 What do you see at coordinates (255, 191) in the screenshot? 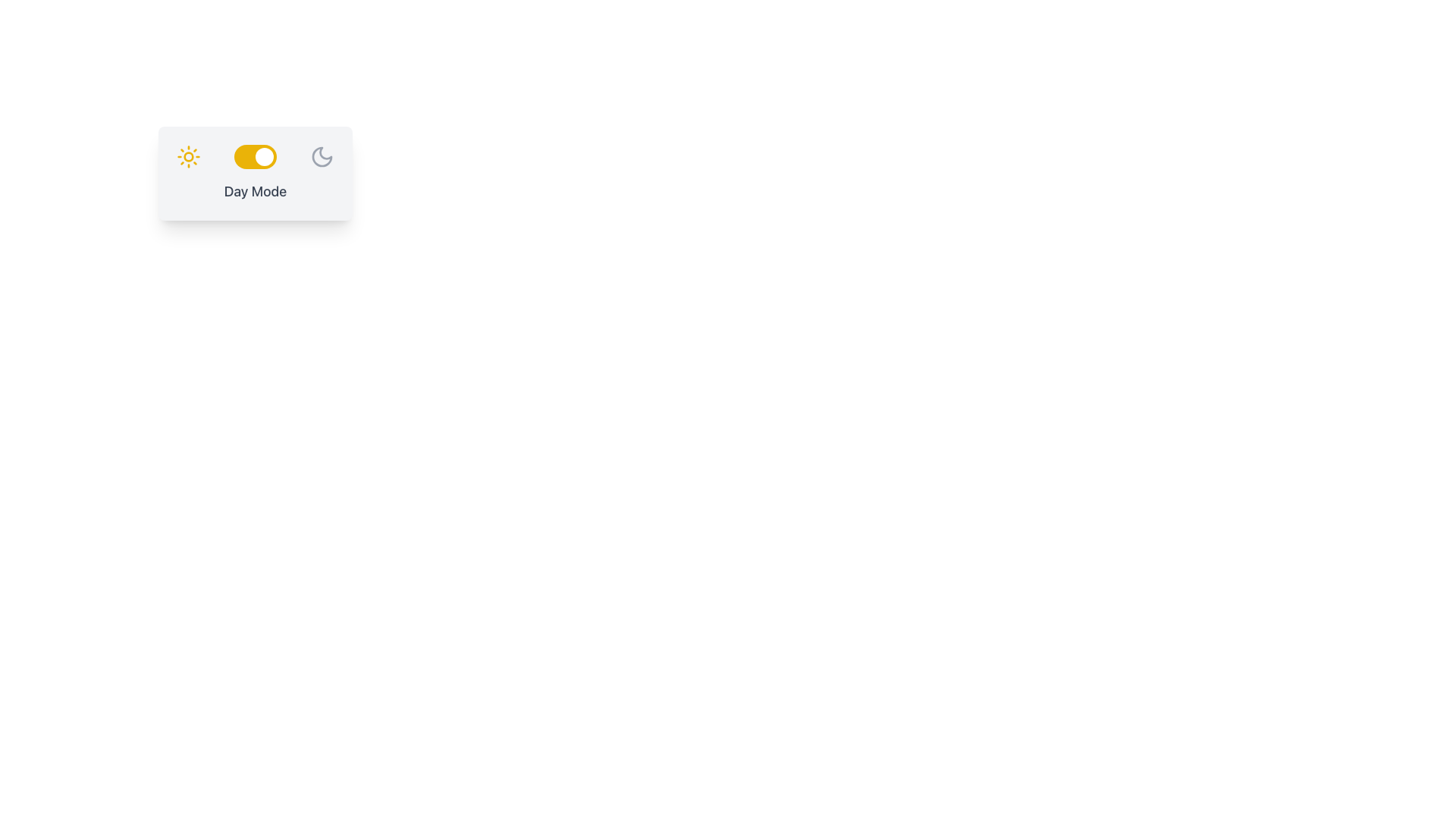
I see `text content of the label that indicates the selected mode of the toggle switch, located at the bottom of a card component, centered horizontally under the toggle switch` at bounding box center [255, 191].